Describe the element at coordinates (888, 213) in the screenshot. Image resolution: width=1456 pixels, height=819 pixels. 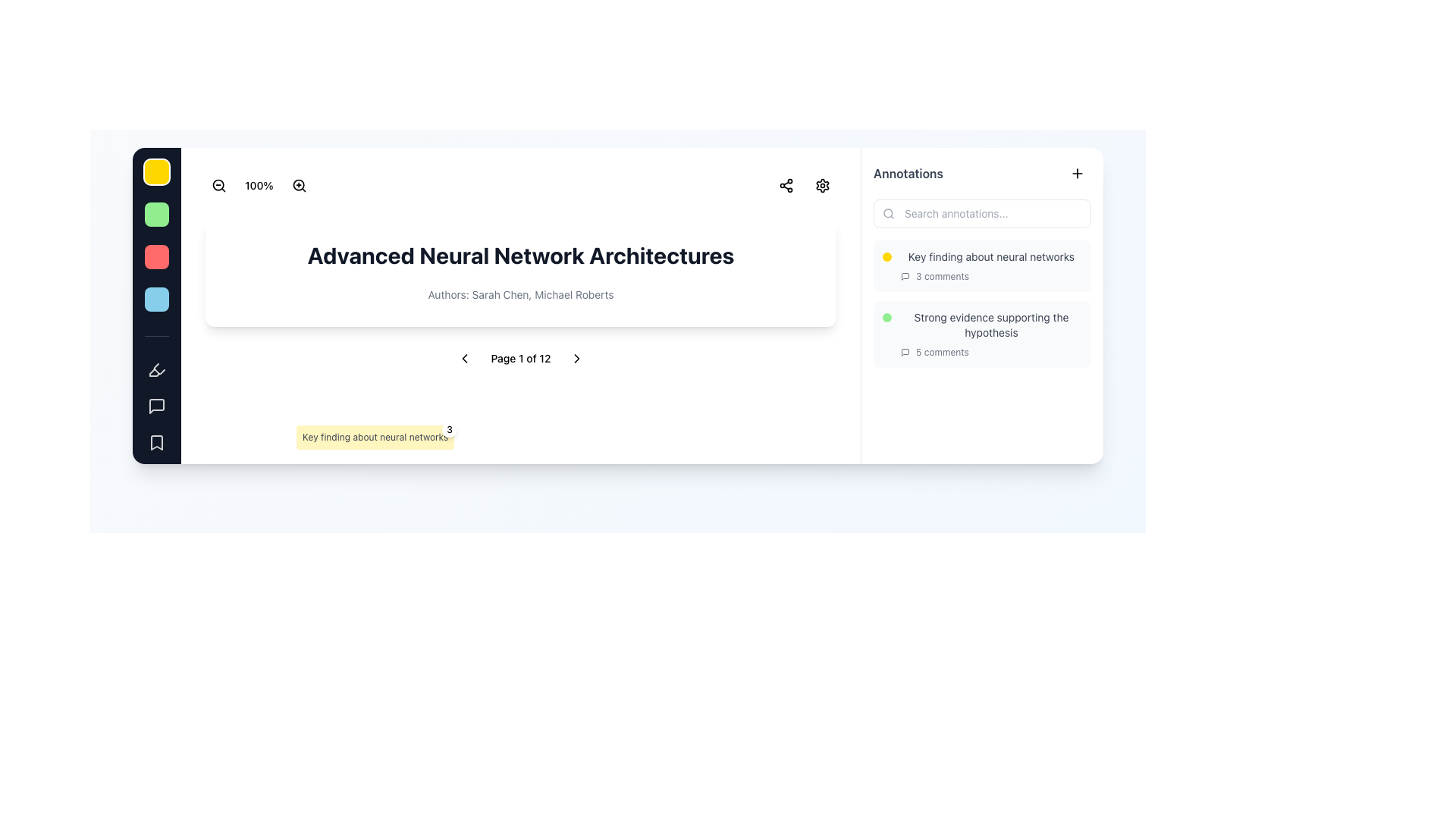
I see `magnifying glass icon, styled with a thin outline and positioned on the left side of the search bar, in the developer tools` at that location.